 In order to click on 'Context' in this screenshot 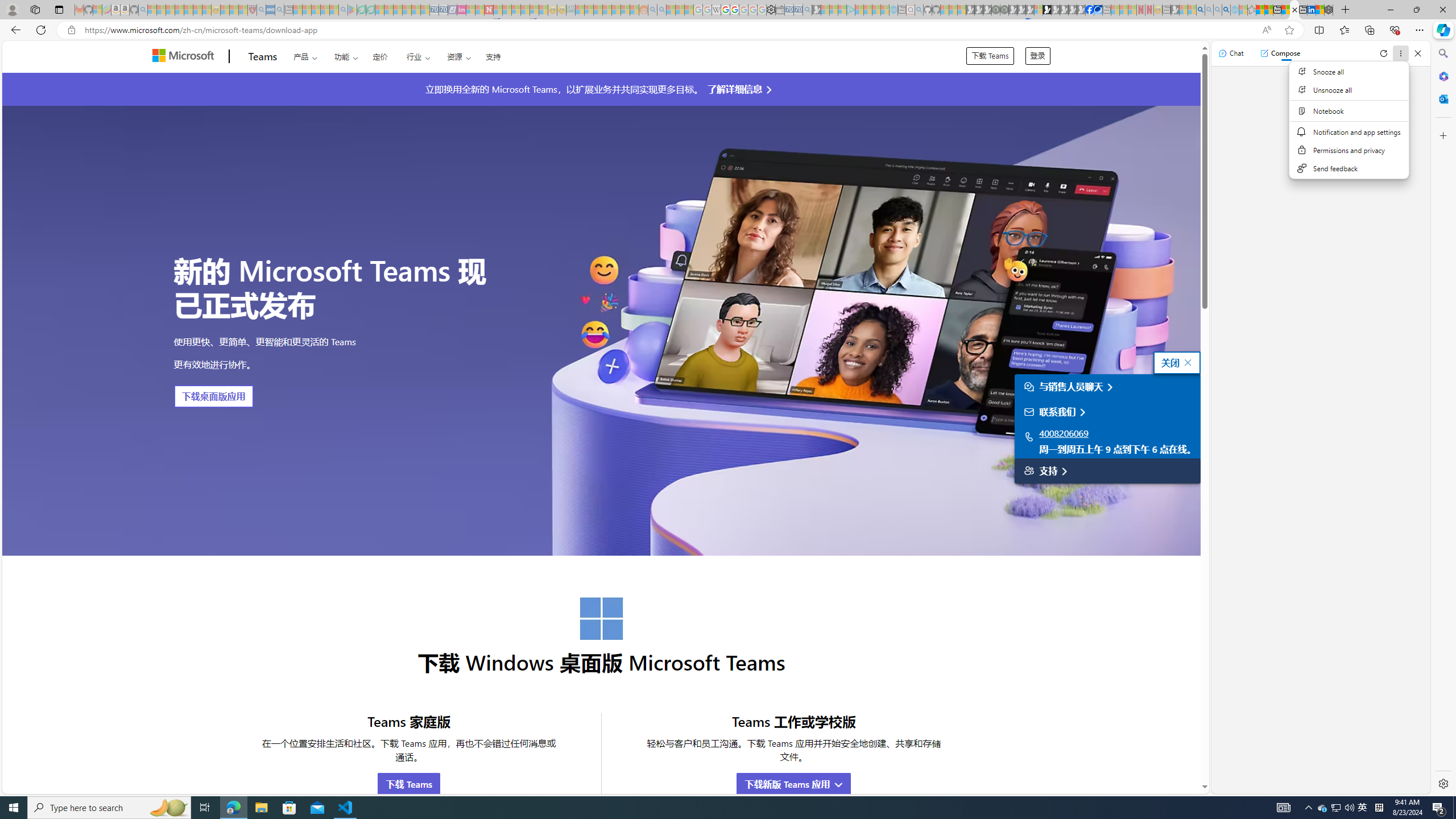, I will do `click(1349, 119)`.